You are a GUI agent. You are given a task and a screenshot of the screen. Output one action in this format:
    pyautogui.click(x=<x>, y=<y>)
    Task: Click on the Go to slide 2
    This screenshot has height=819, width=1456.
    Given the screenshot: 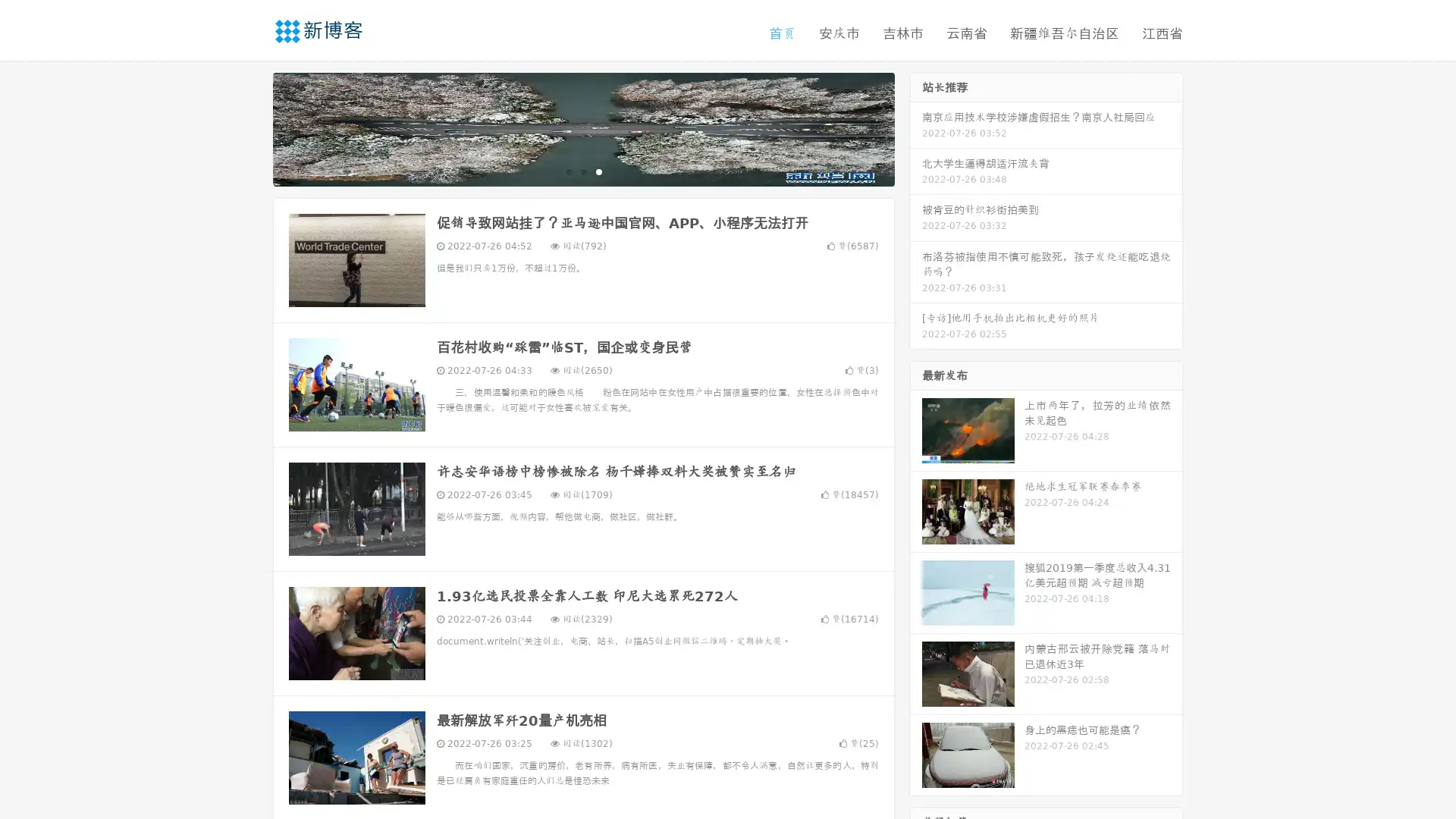 What is the action you would take?
    pyautogui.click(x=582, y=171)
    